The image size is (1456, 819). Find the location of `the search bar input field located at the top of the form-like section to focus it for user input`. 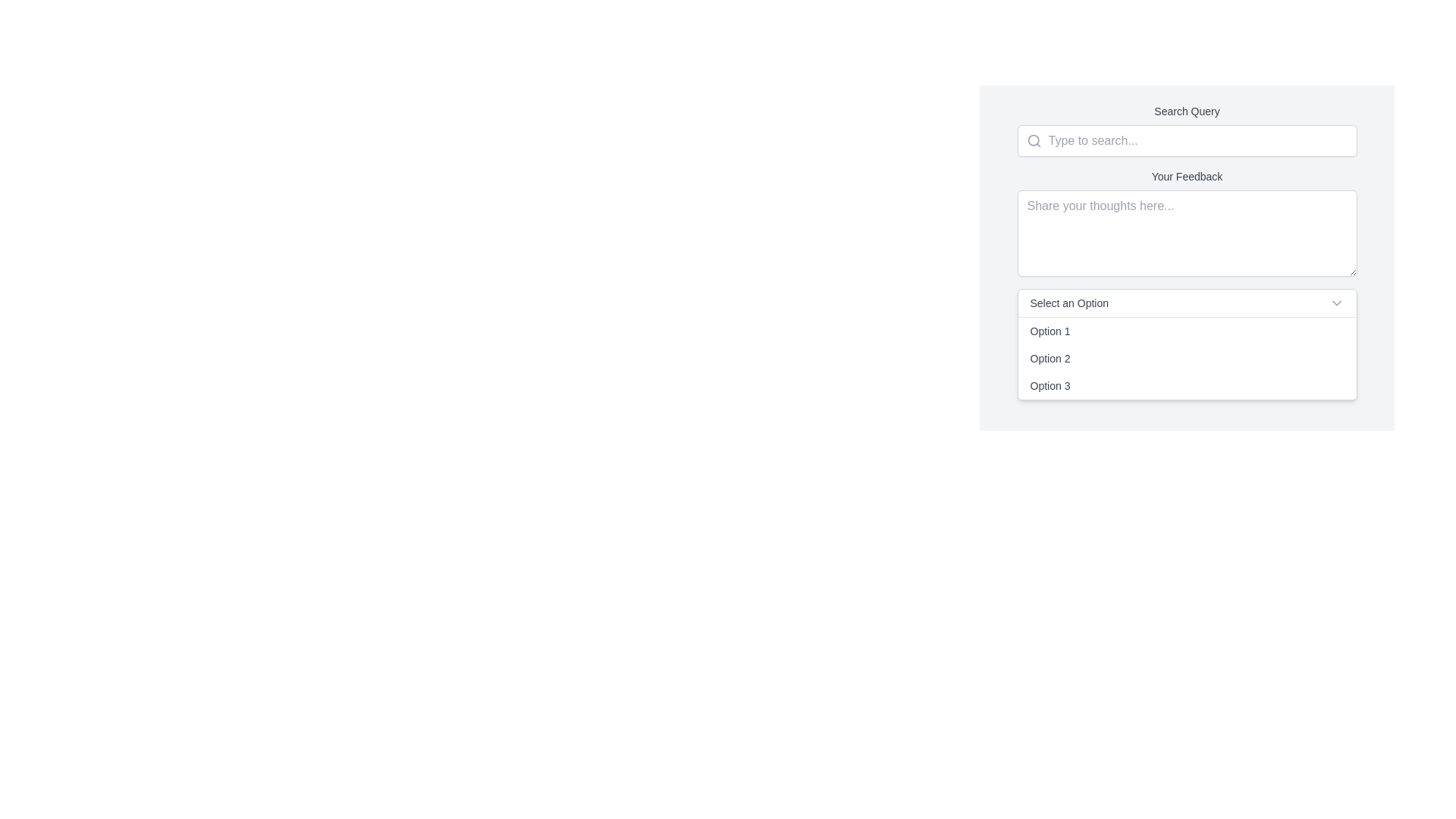

the search bar input field located at the top of the form-like section to focus it for user input is located at coordinates (1186, 130).